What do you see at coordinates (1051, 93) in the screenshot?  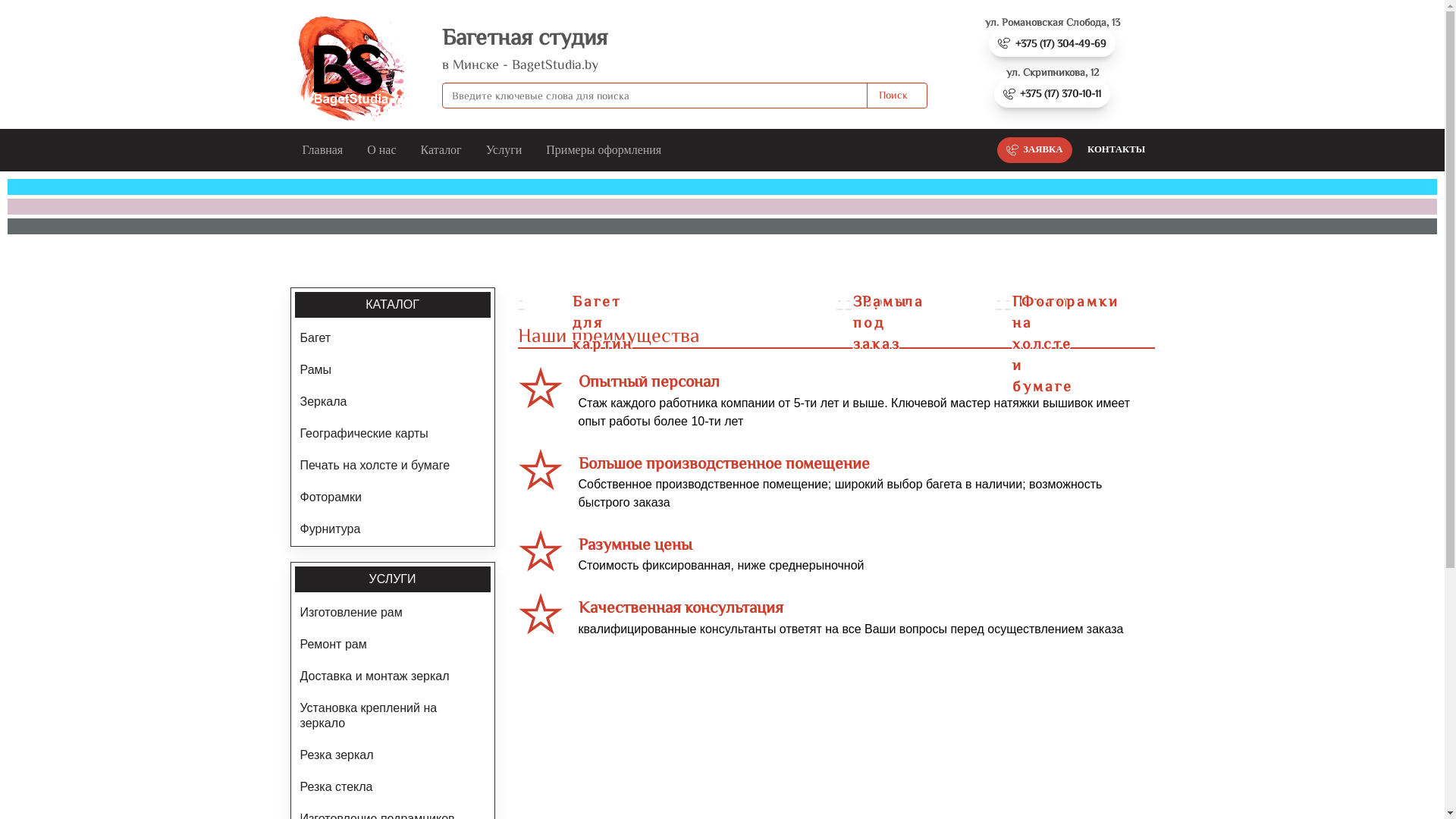 I see `'+375 (17) 370-10-11'` at bounding box center [1051, 93].